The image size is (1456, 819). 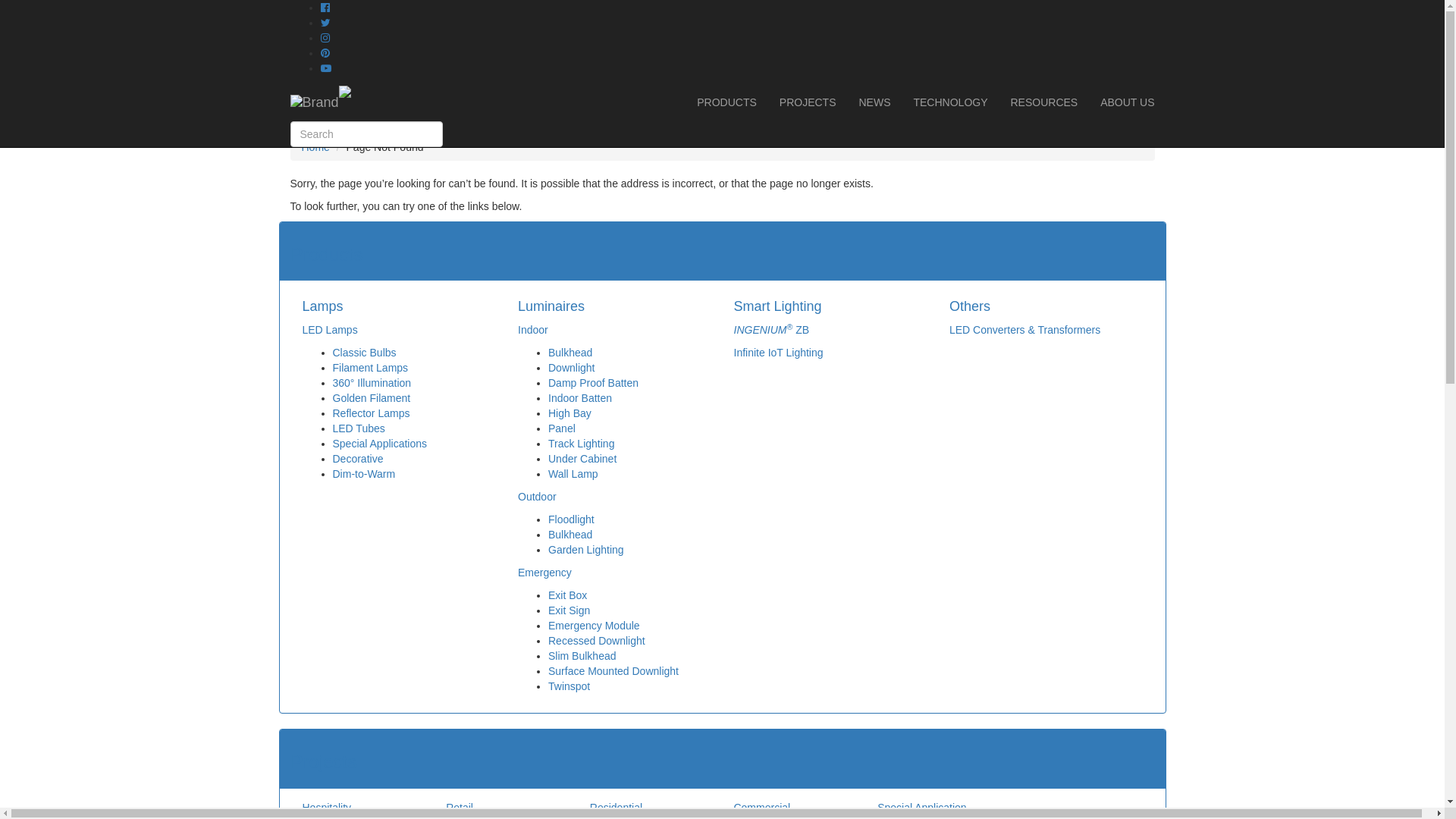 What do you see at coordinates (548, 610) in the screenshot?
I see `'Exit Sign'` at bounding box center [548, 610].